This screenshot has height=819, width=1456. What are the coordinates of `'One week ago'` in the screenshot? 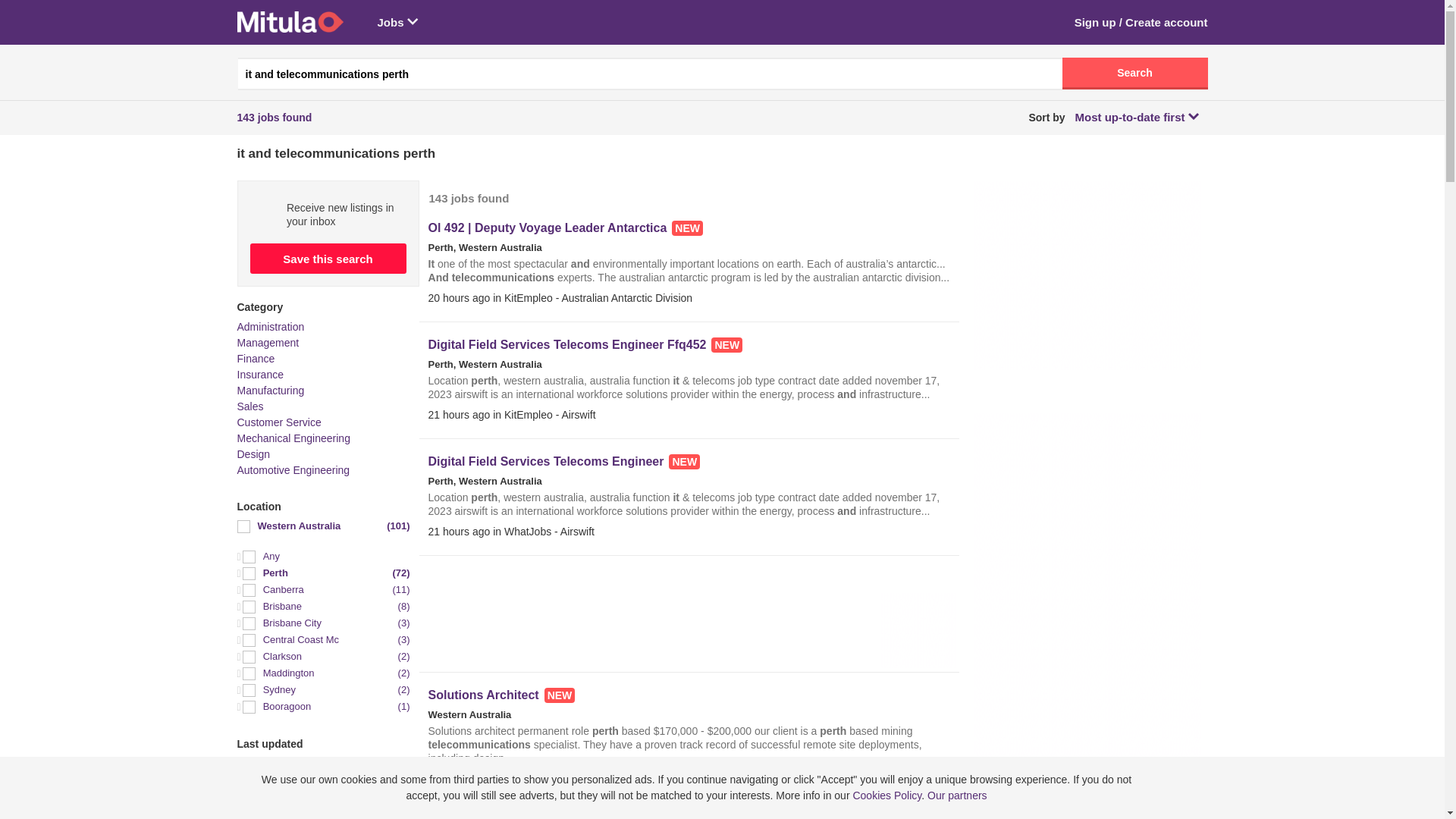 It's located at (236, 780).